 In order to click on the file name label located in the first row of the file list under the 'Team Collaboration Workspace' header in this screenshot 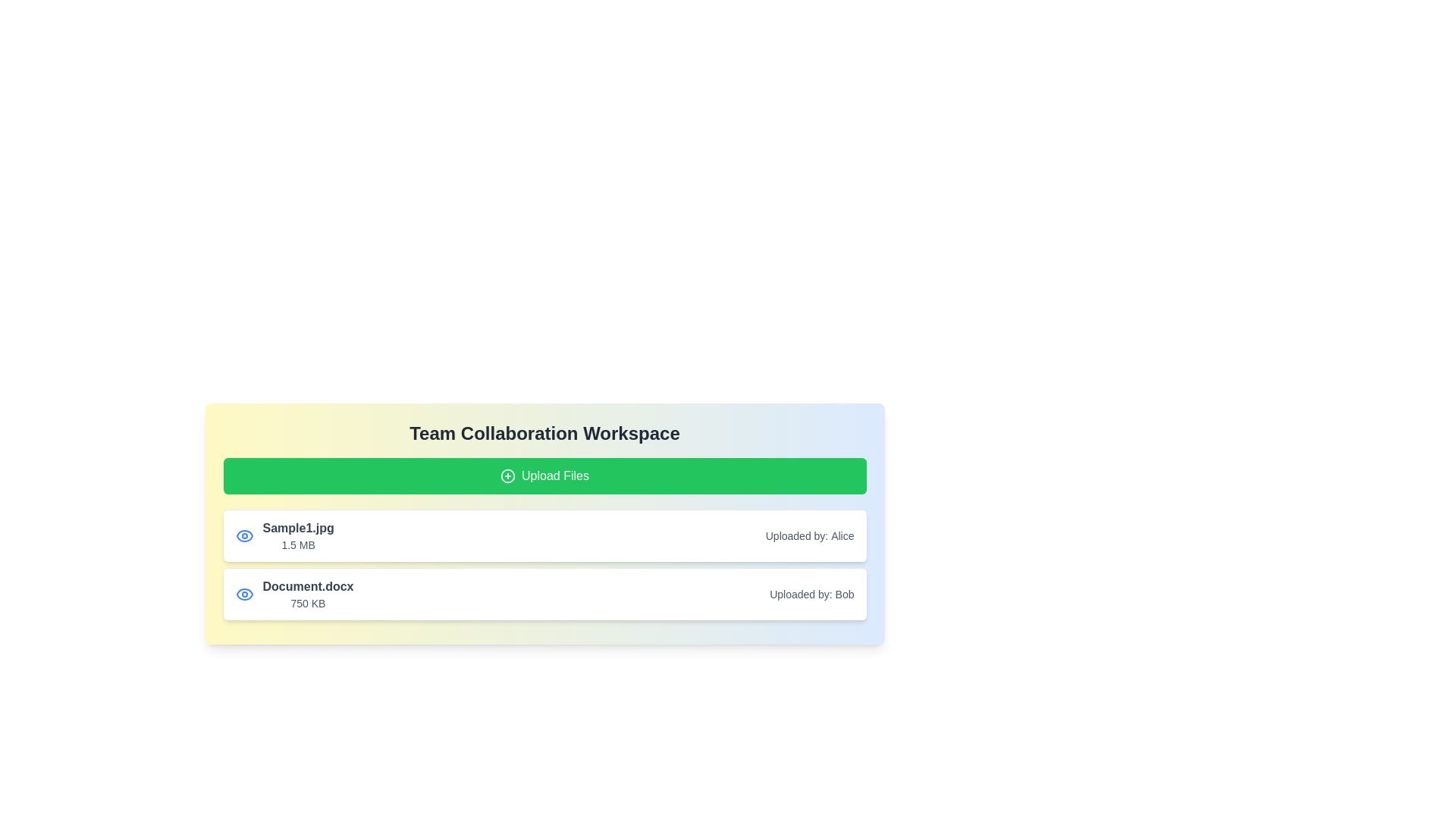, I will do `click(298, 535)`.